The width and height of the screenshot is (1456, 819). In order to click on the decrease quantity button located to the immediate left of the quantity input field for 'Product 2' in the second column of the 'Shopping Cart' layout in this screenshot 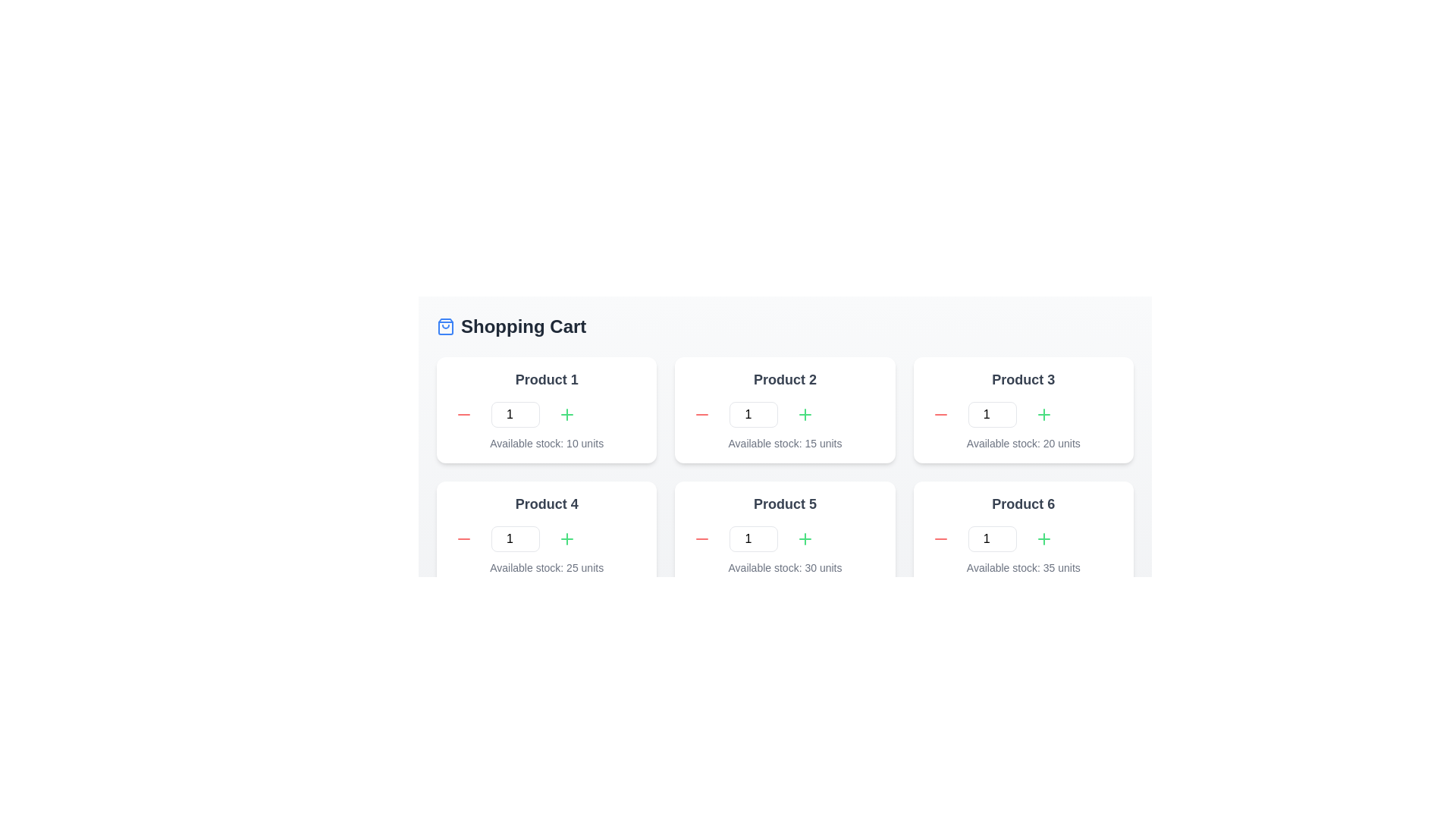, I will do `click(701, 415)`.